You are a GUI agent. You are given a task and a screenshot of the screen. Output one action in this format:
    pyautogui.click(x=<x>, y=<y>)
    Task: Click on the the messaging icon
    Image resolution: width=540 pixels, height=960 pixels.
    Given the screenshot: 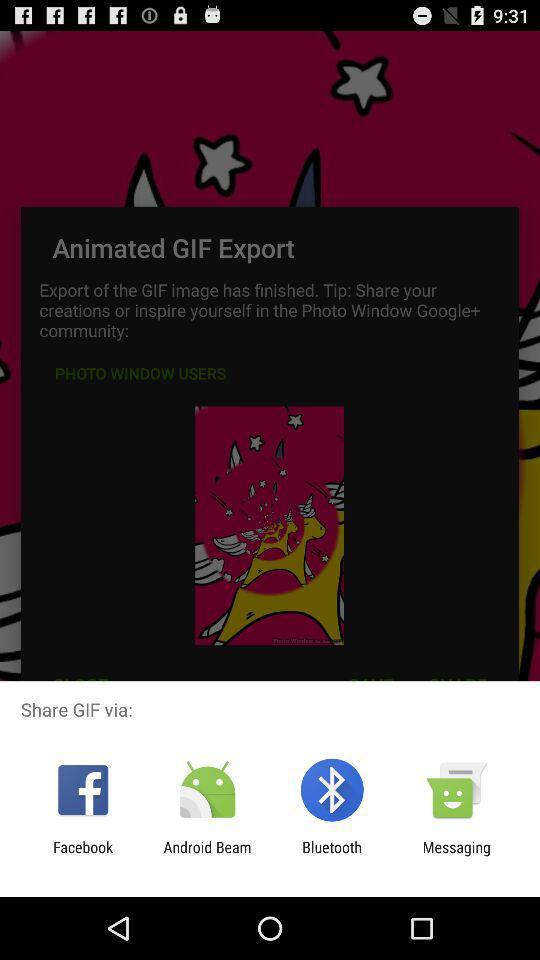 What is the action you would take?
    pyautogui.click(x=456, y=855)
    